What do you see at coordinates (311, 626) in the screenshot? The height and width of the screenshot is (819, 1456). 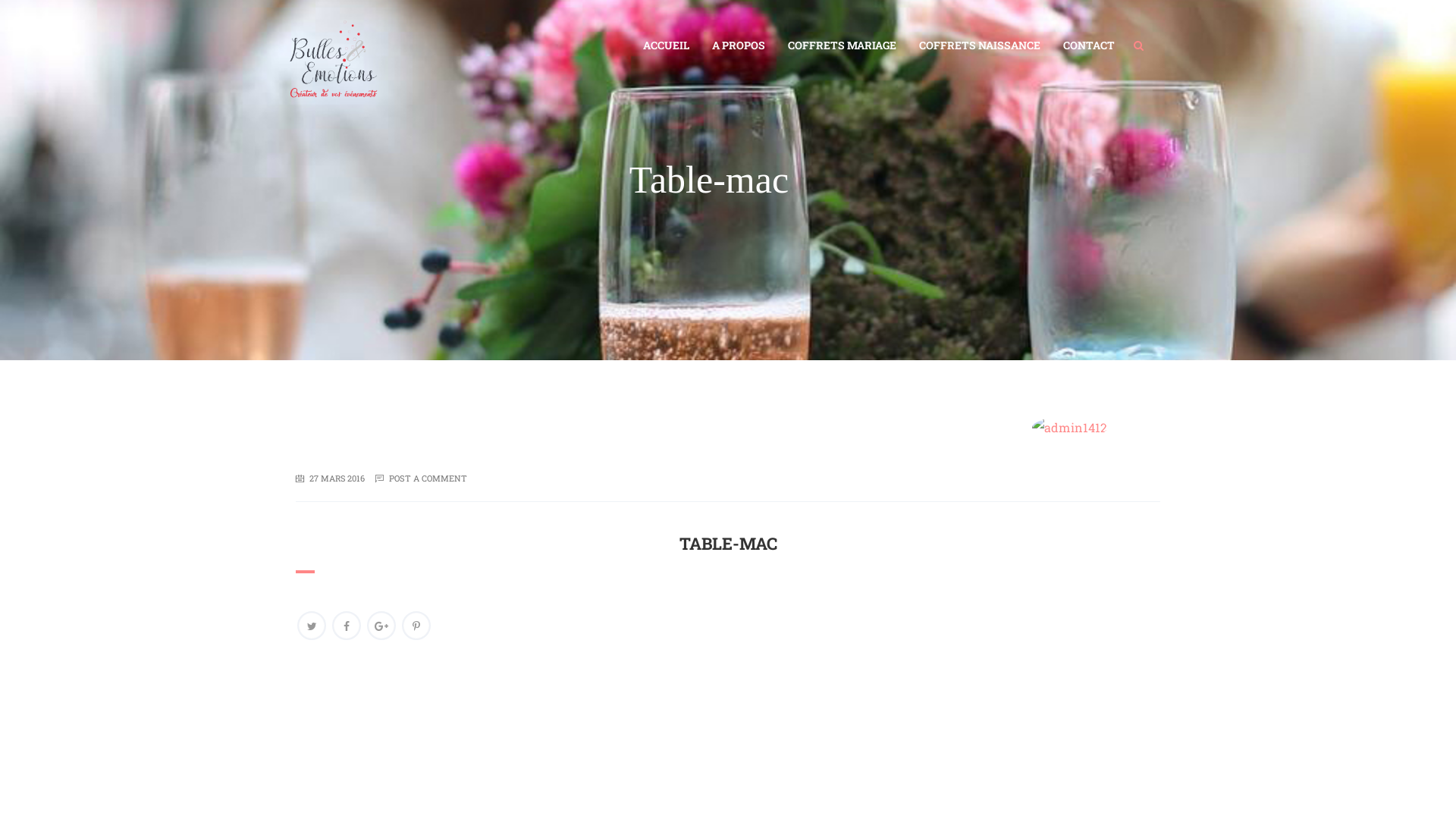 I see `'Twitter'` at bounding box center [311, 626].